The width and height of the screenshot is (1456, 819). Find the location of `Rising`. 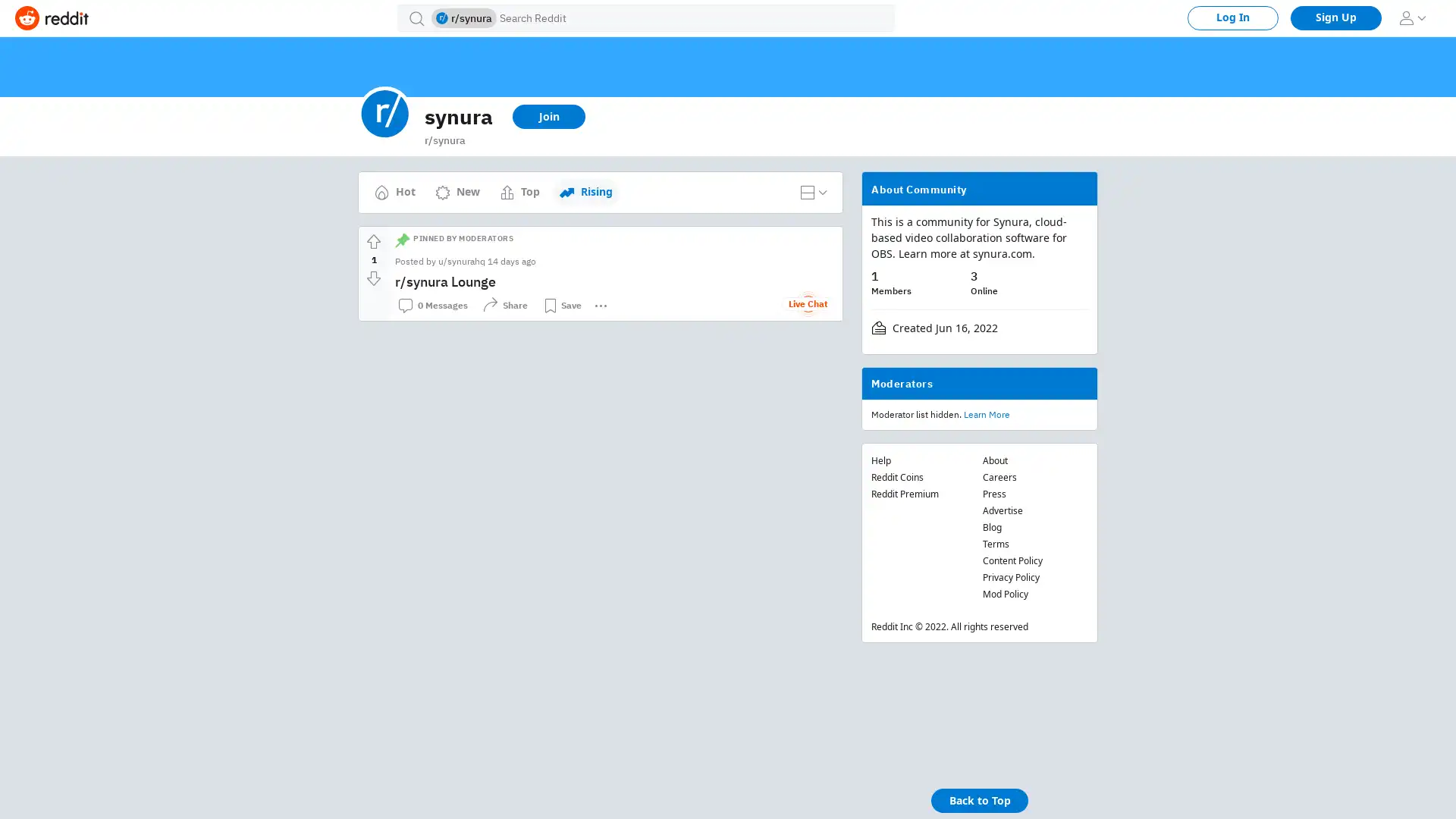

Rising is located at coordinates (585, 192).